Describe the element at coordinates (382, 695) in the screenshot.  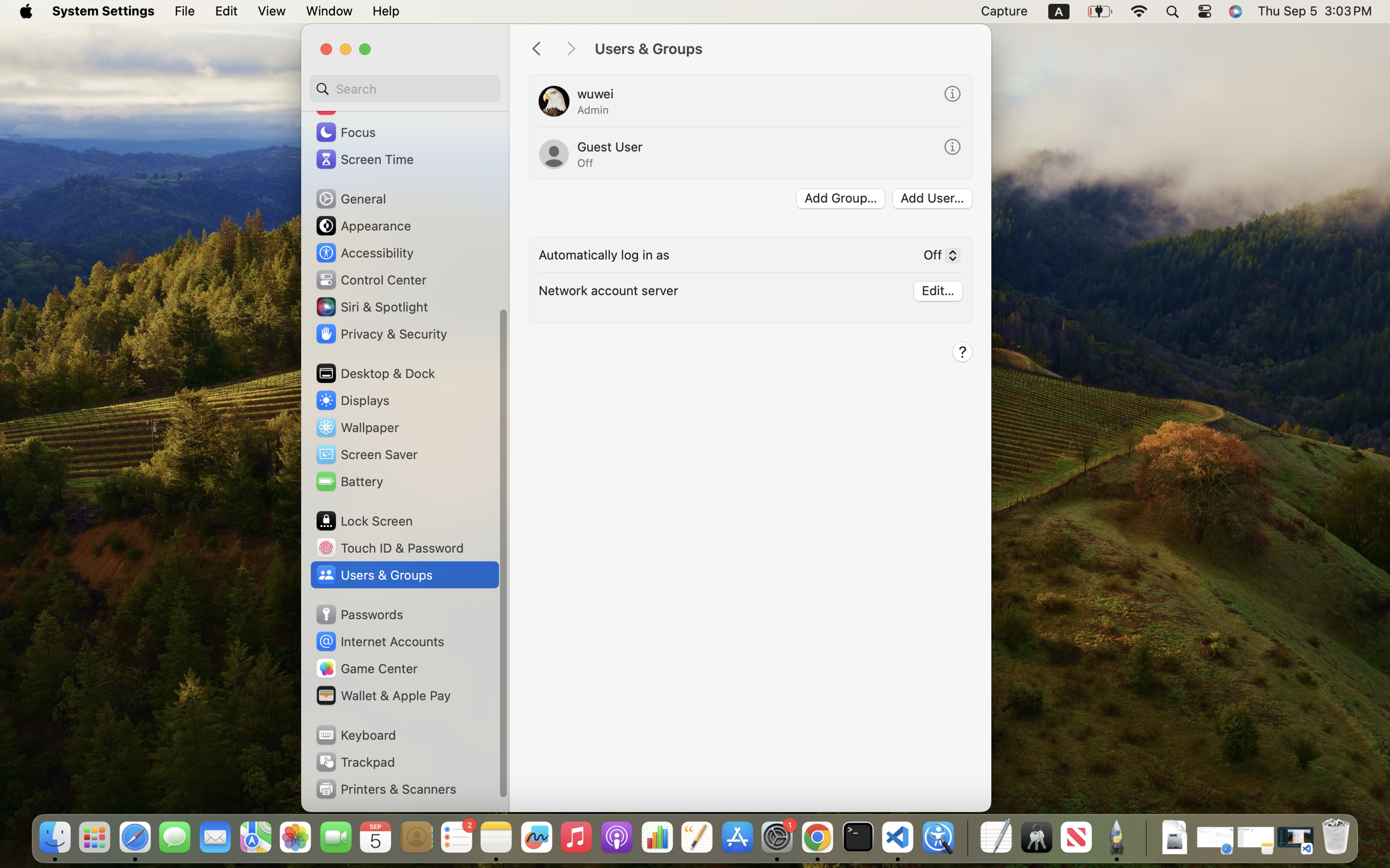
I see `'Wallet & Apple Pay'` at that location.